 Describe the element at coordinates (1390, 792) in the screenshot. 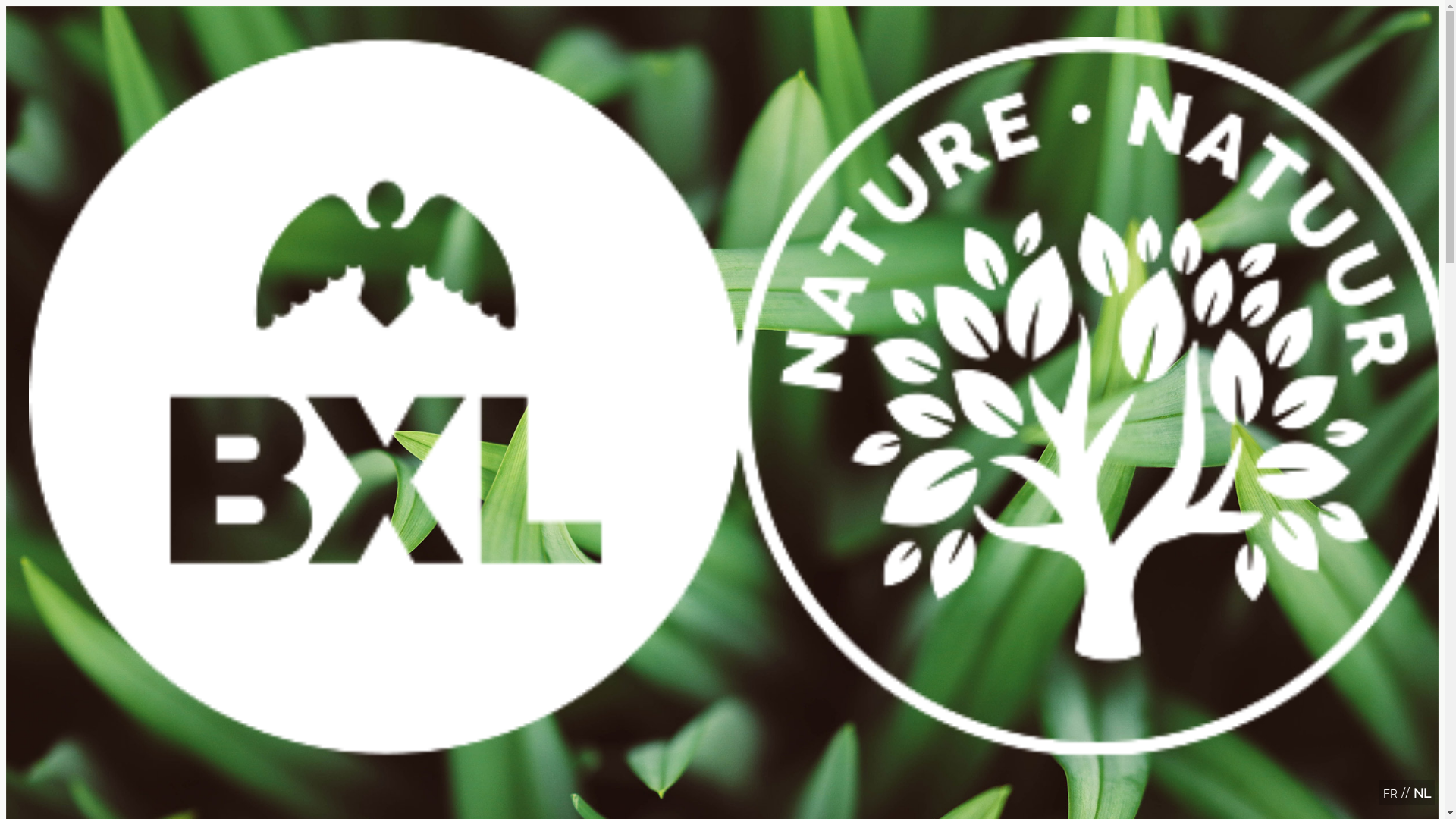

I see `'FR'` at that location.